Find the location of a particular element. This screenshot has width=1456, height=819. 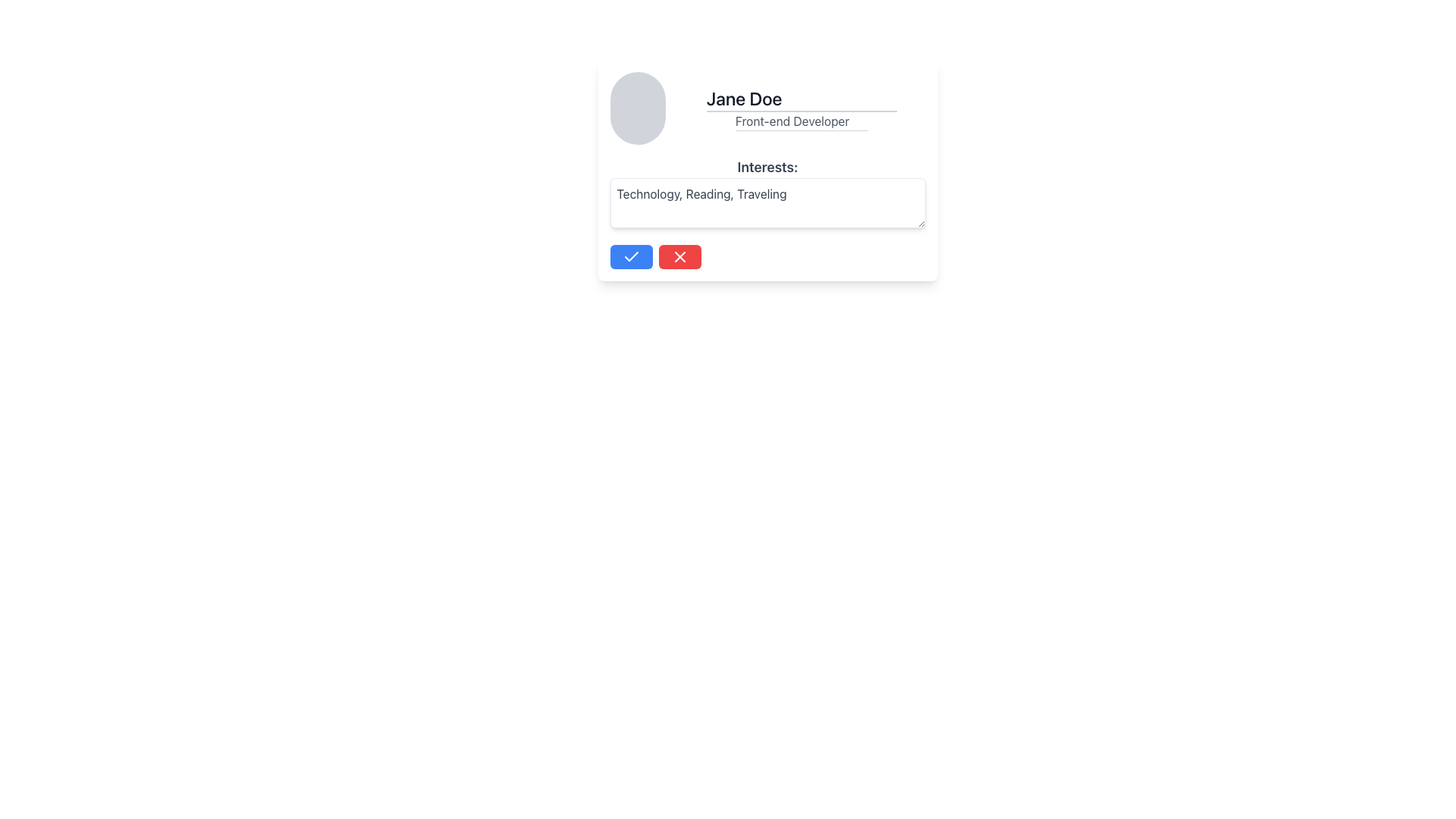

the user profile name in the User Profile Information Block is located at coordinates (767, 107).